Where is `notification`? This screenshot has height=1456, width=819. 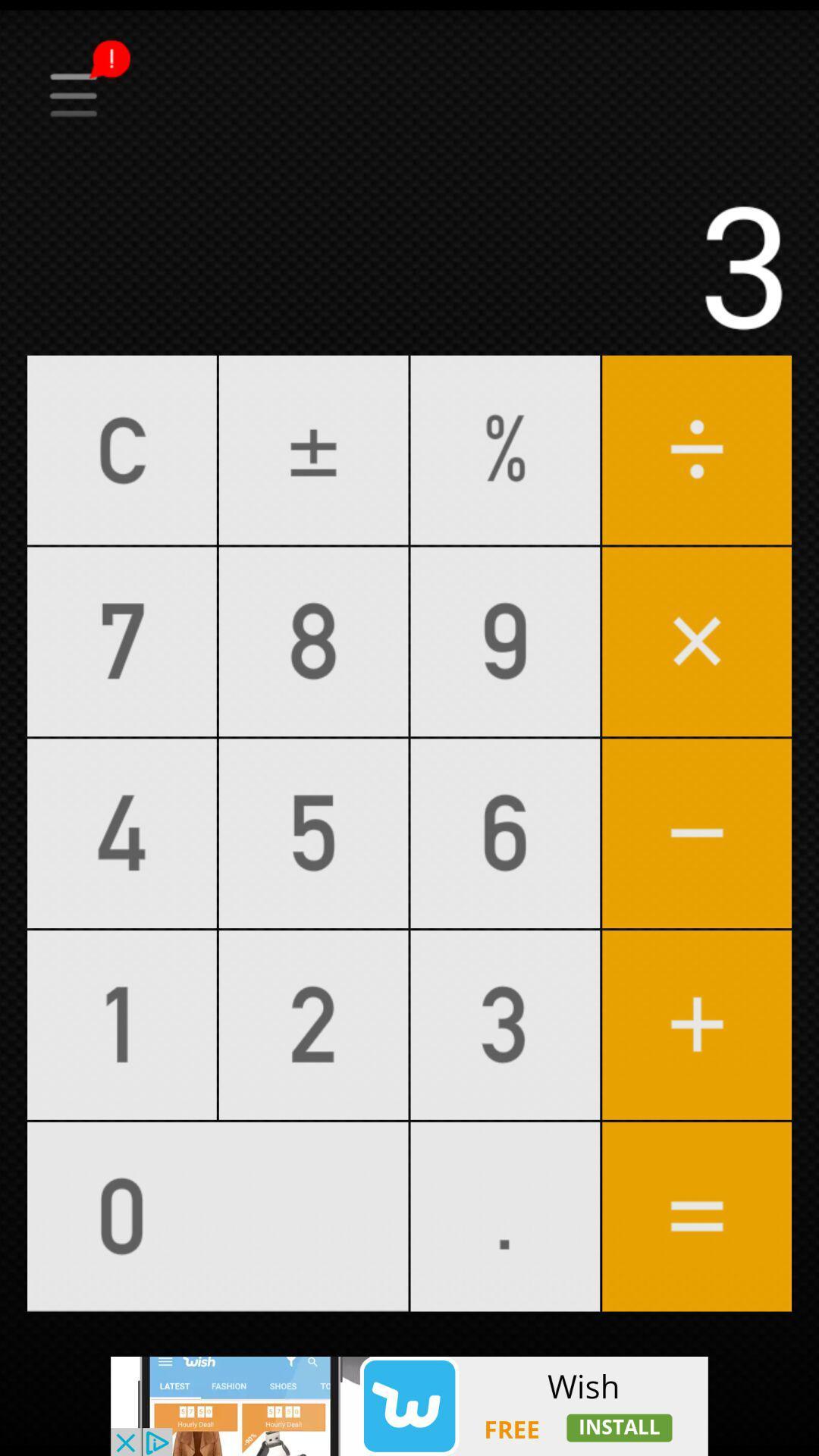 notification is located at coordinates (409, 47).